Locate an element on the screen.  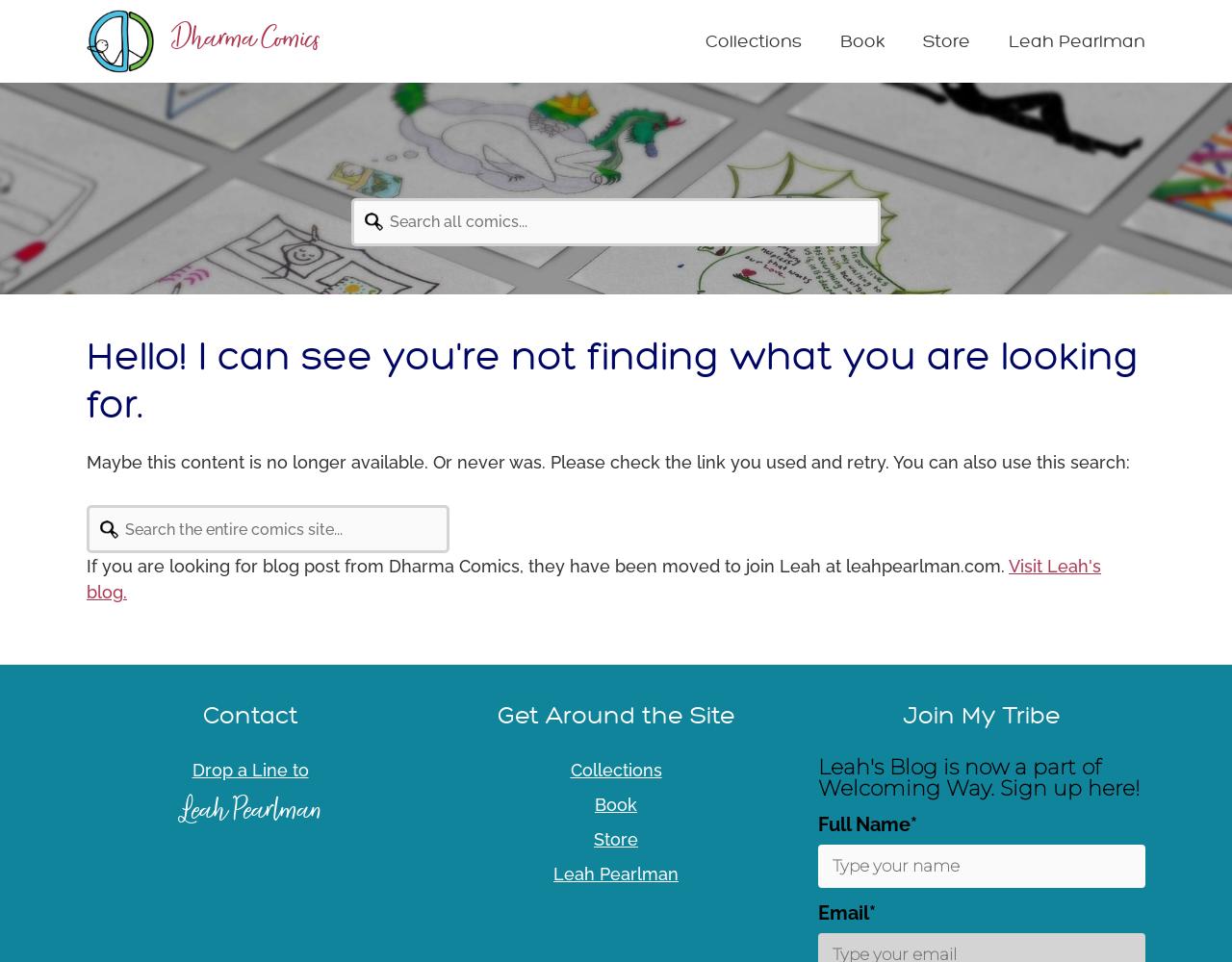
'Join My Tribe' is located at coordinates (901, 714).